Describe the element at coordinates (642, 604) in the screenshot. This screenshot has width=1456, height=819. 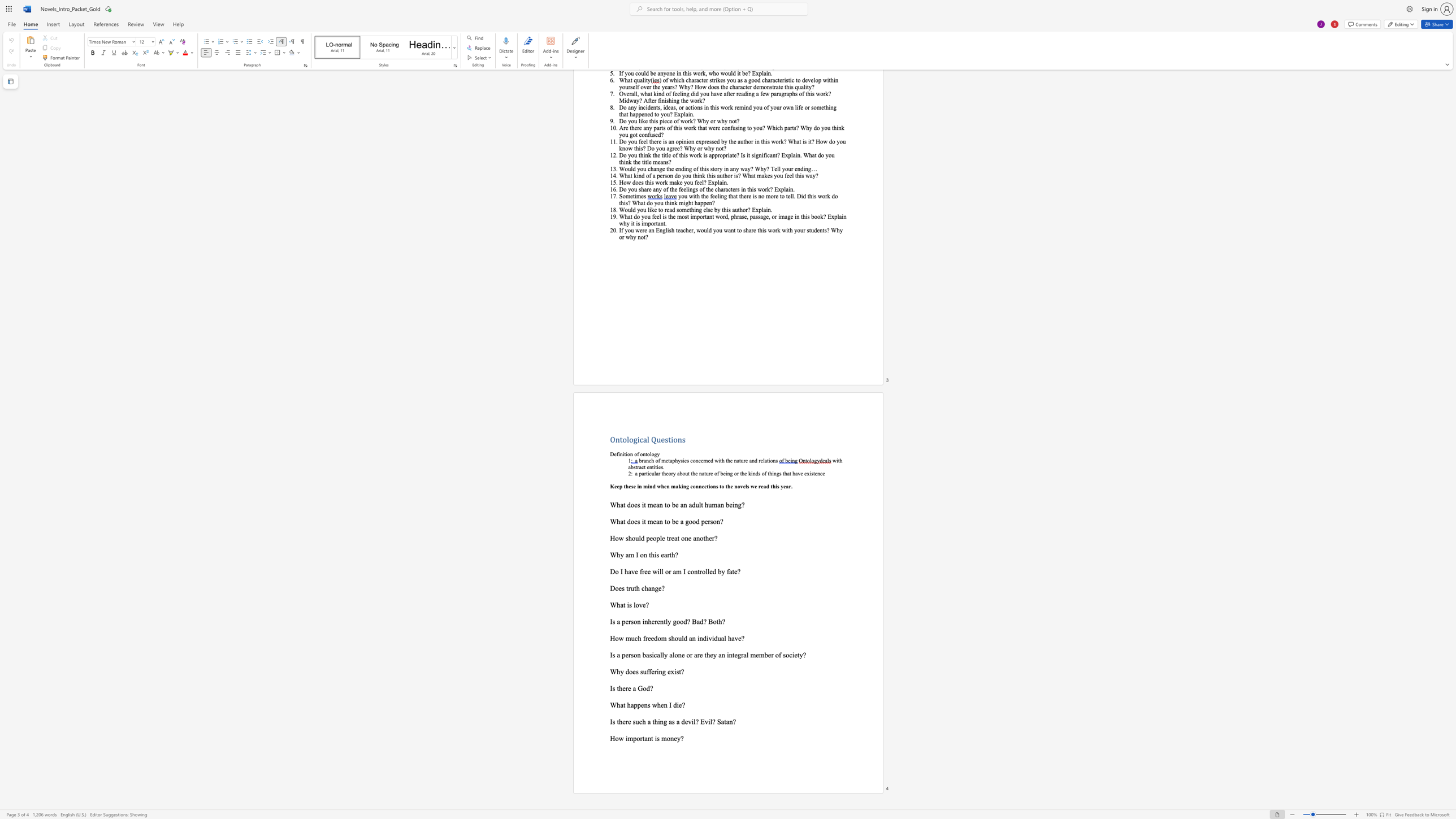
I see `the subset text "e?" within the text "What is love?"` at that location.